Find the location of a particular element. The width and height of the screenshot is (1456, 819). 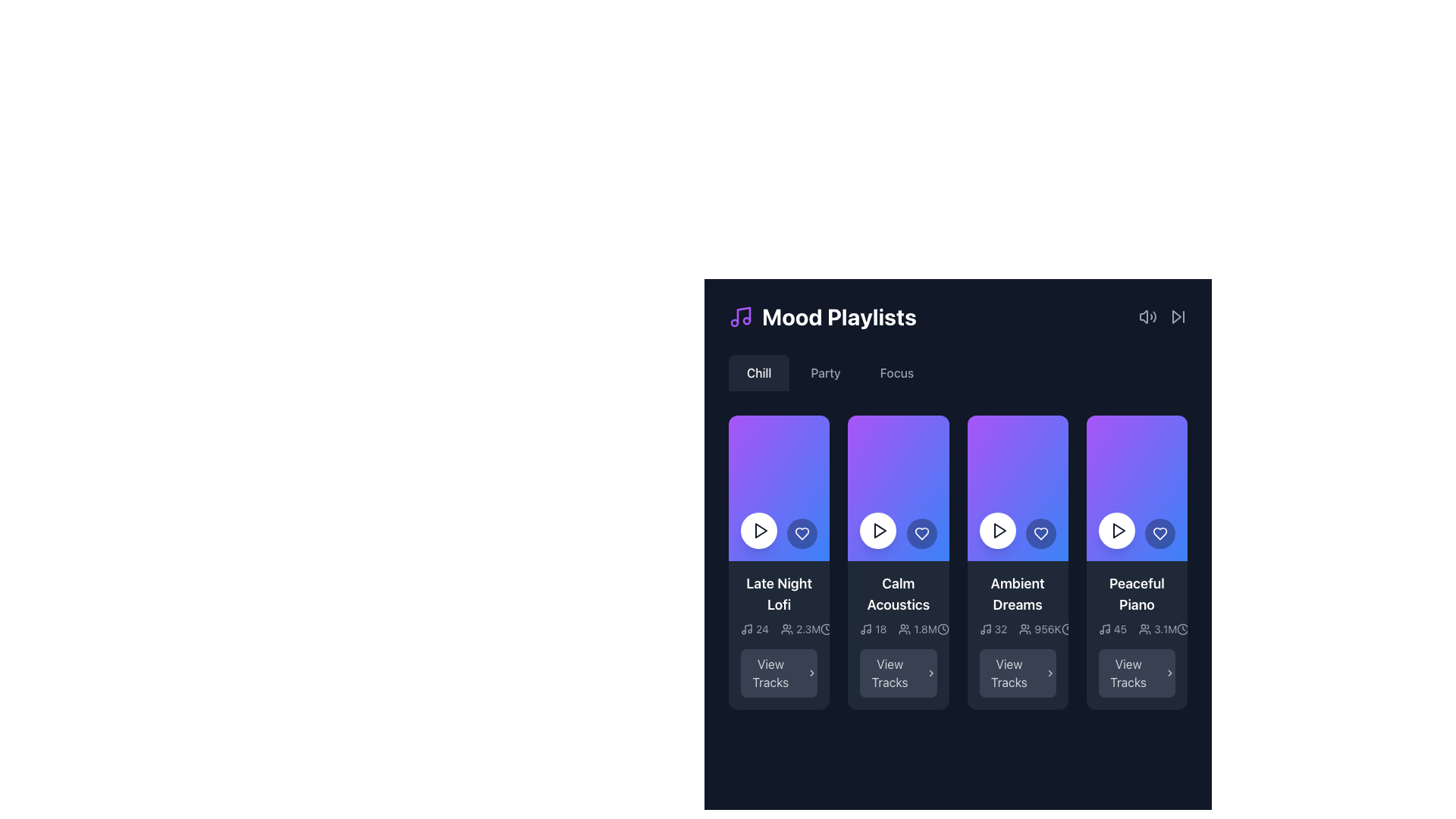

the circular button with a black semi-transparent background and a white outlined heart icon, located in the third card of the grid layout is located at coordinates (921, 533).